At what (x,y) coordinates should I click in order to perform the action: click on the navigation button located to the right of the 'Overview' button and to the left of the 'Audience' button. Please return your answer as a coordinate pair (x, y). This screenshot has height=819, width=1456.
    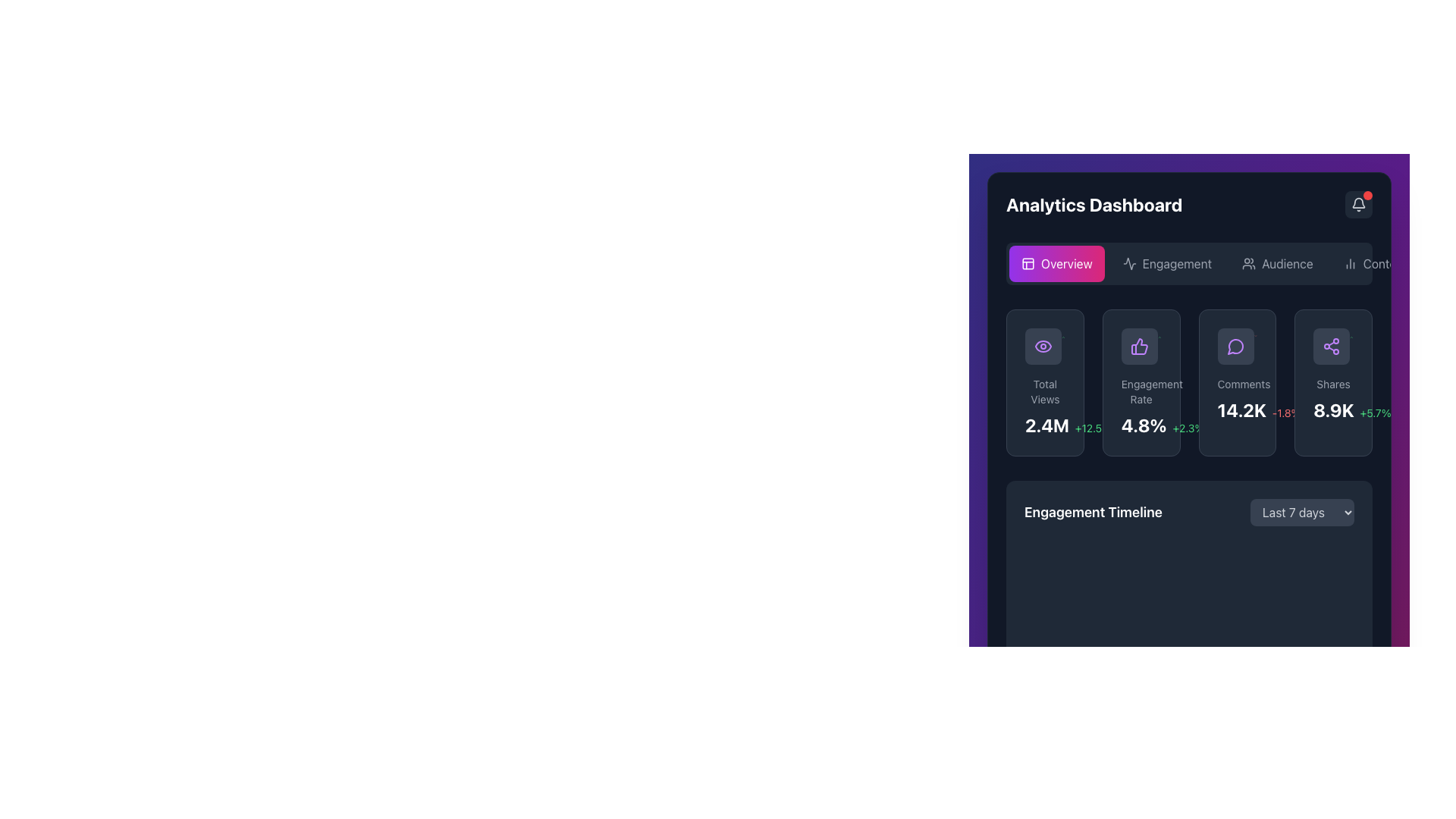
    Looking at the image, I should click on (1166, 262).